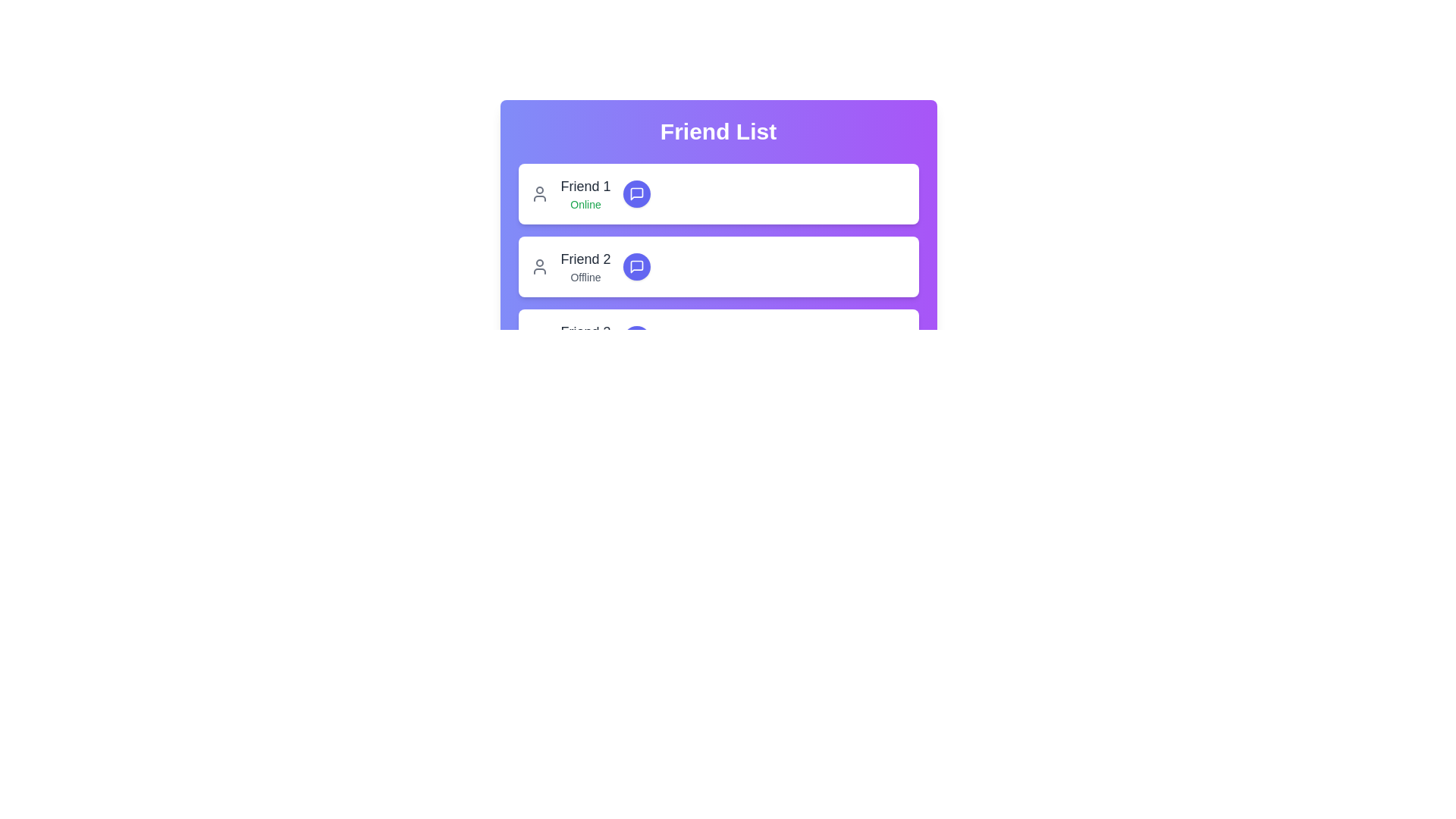 The width and height of the screenshot is (1456, 819). What do you see at coordinates (717, 265) in the screenshot?
I see `the List Item with Embedded Button displaying 'Friend 2' and 'Offline'` at bounding box center [717, 265].